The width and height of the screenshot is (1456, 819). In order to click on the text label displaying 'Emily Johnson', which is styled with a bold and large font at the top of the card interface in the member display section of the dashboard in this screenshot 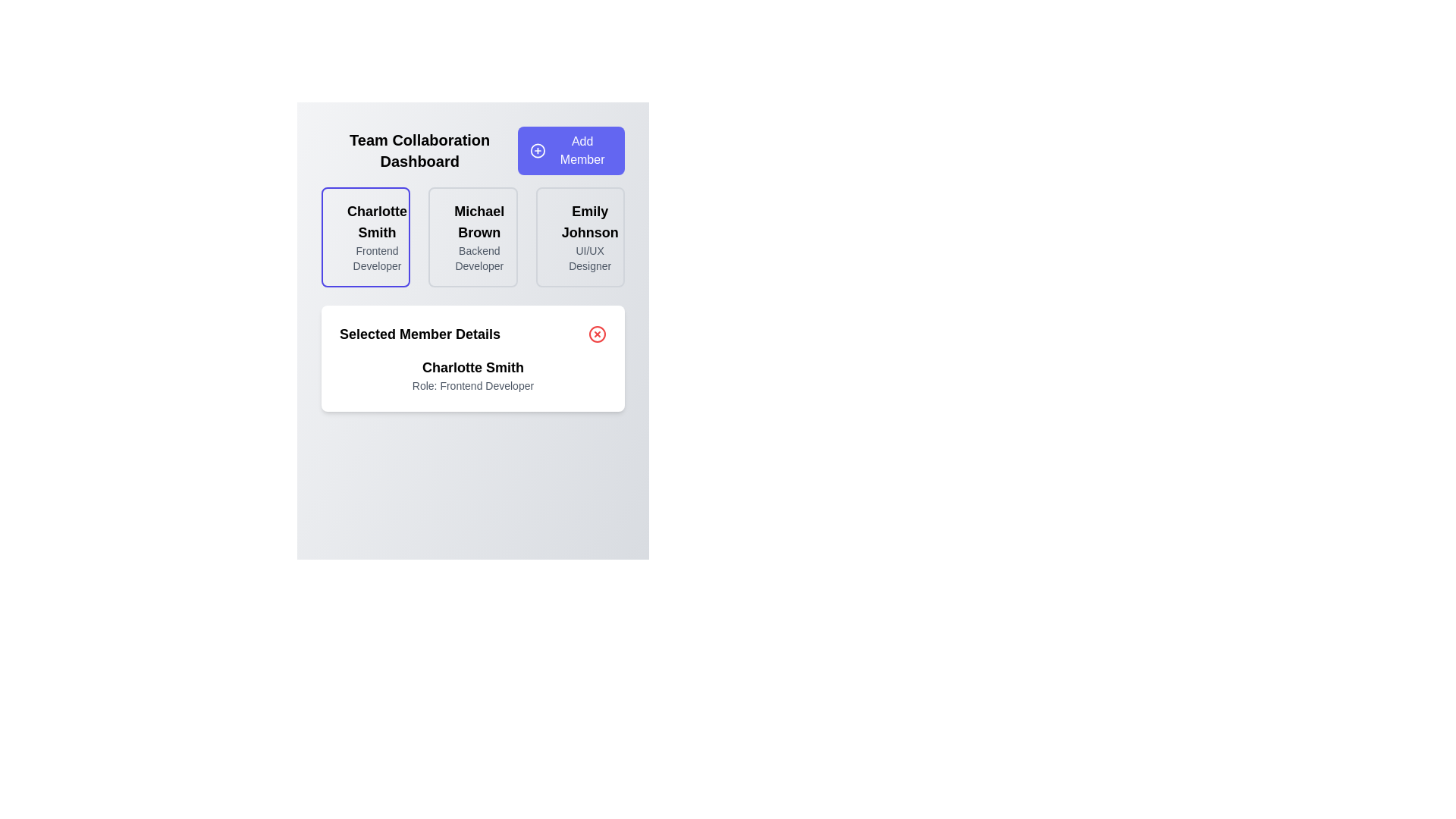, I will do `click(589, 222)`.